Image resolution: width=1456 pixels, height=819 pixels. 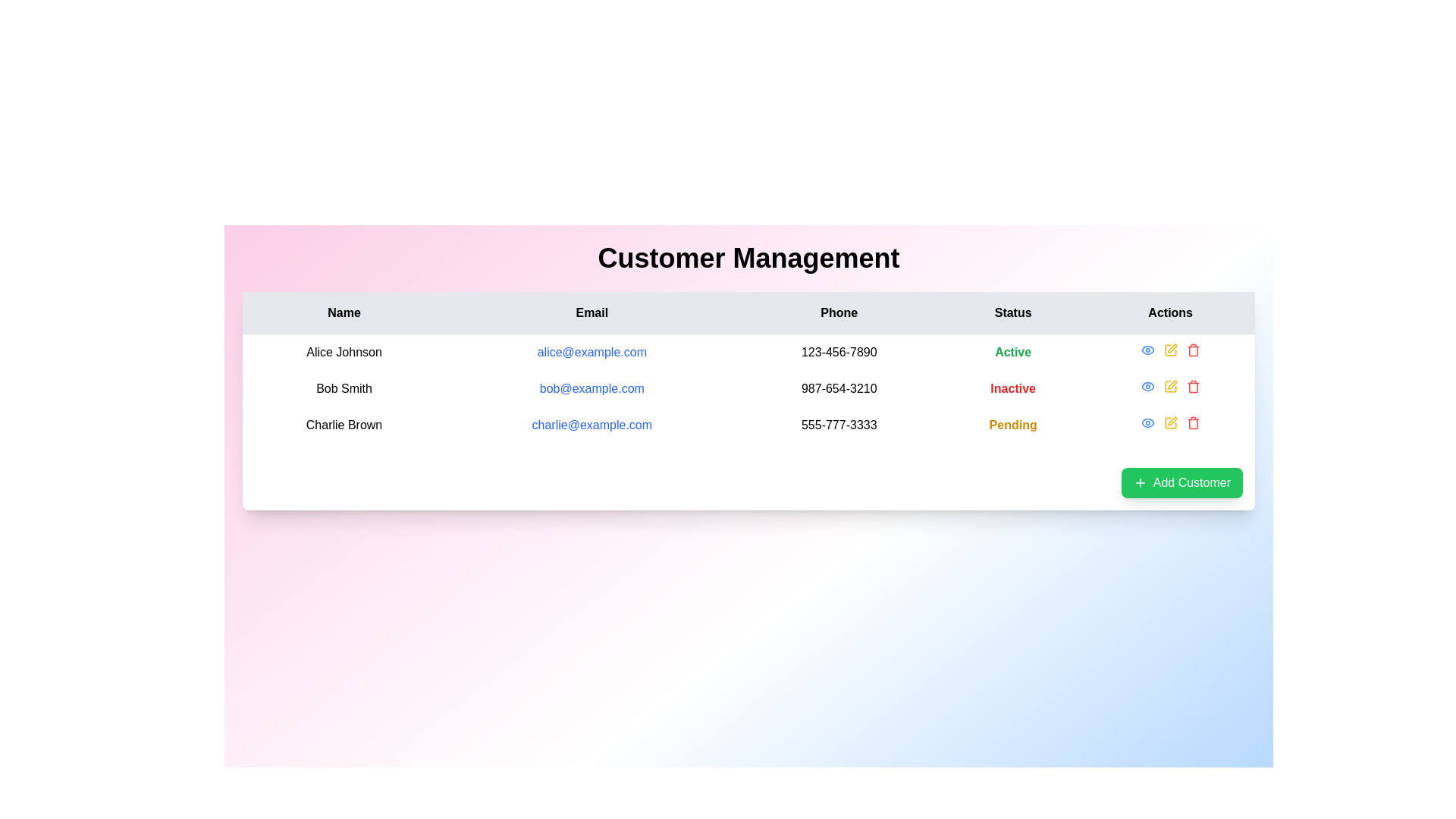 What do you see at coordinates (1013, 388) in the screenshot?
I see `the static text label displaying 'Inactive' in red bold font, located in the fourth column of the second row in a user details table` at bounding box center [1013, 388].